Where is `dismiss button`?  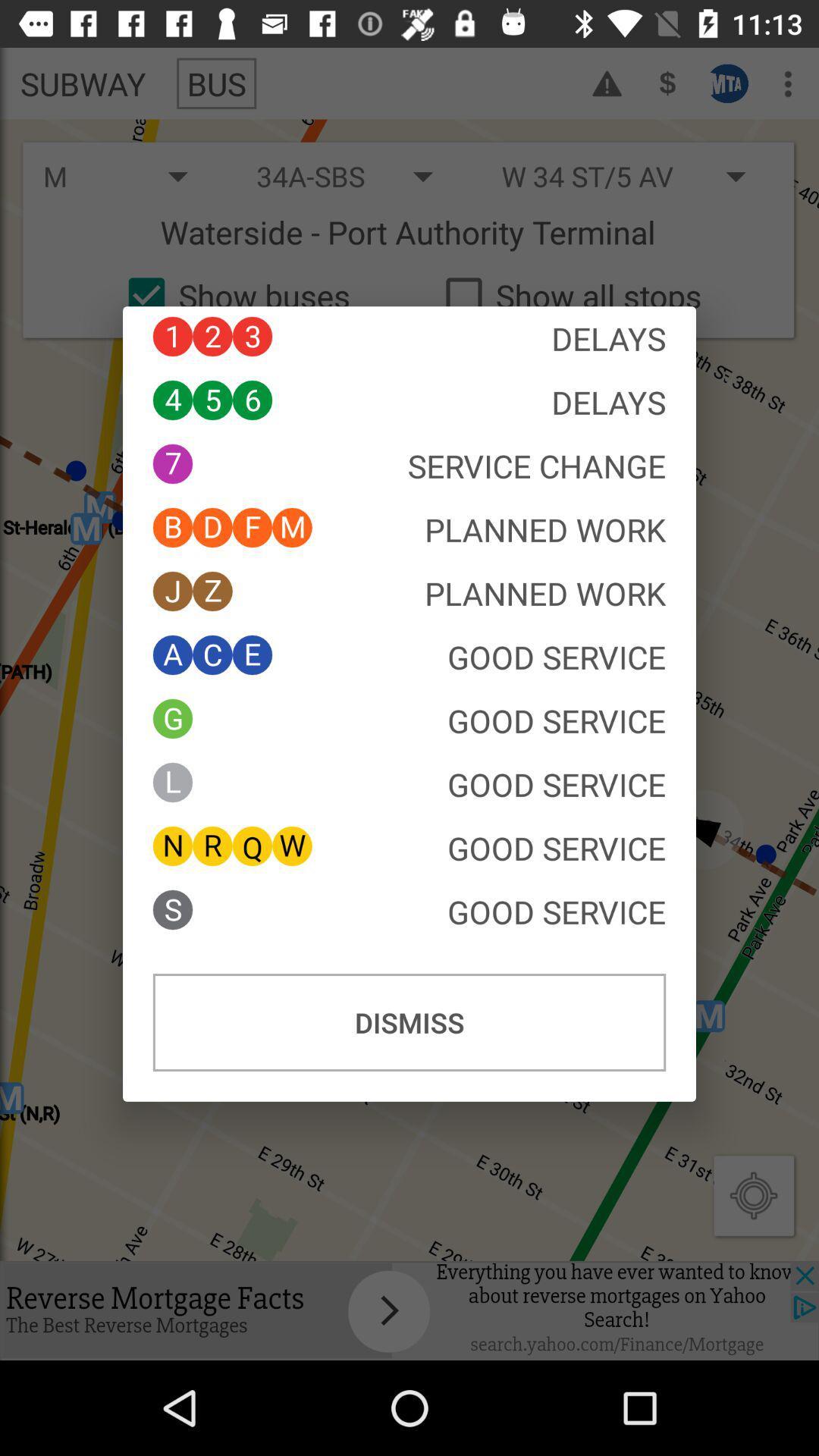
dismiss button is located at coordinates (409, 1022).